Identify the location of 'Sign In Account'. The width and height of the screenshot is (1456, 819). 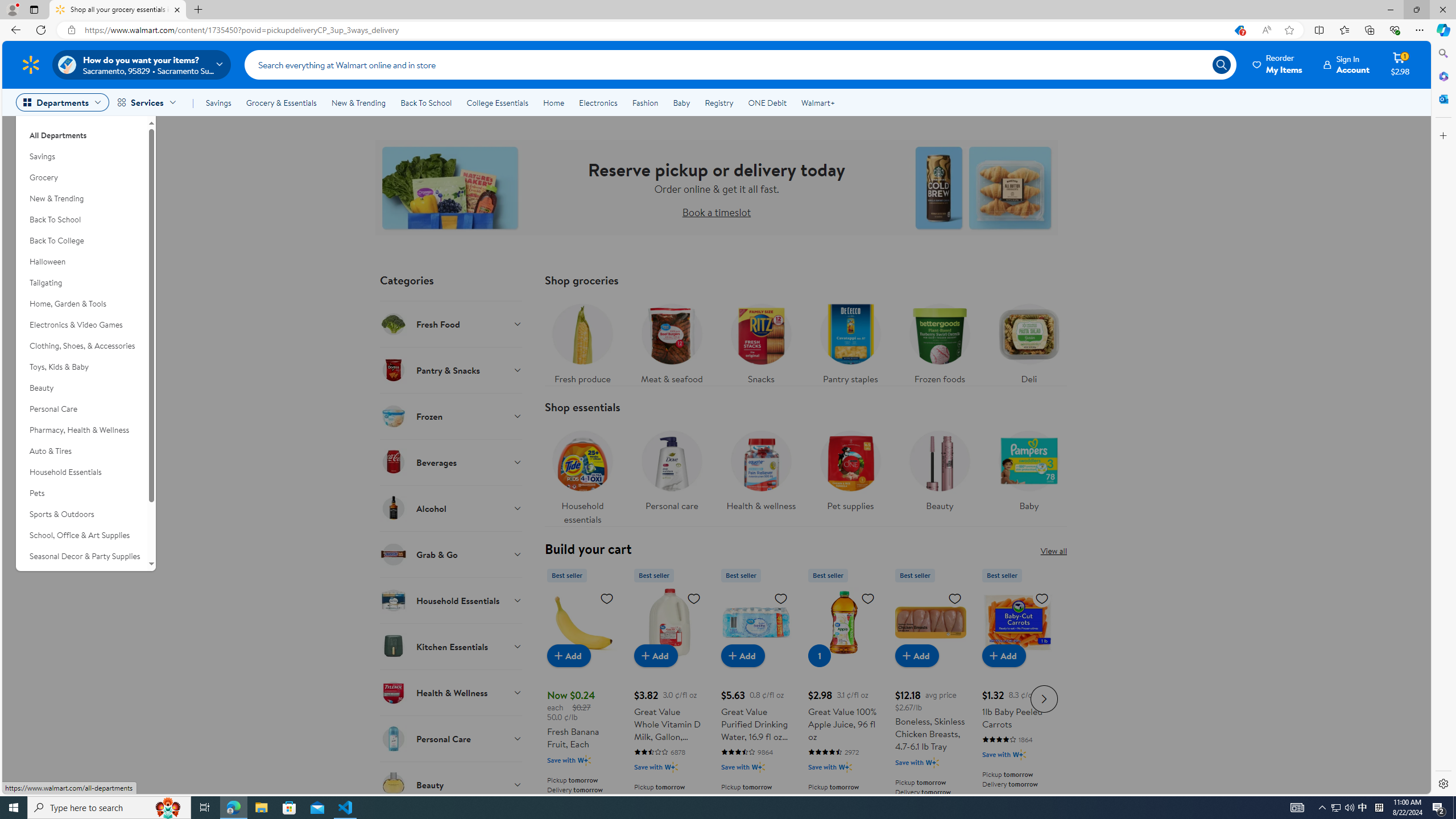
(1347, 64).